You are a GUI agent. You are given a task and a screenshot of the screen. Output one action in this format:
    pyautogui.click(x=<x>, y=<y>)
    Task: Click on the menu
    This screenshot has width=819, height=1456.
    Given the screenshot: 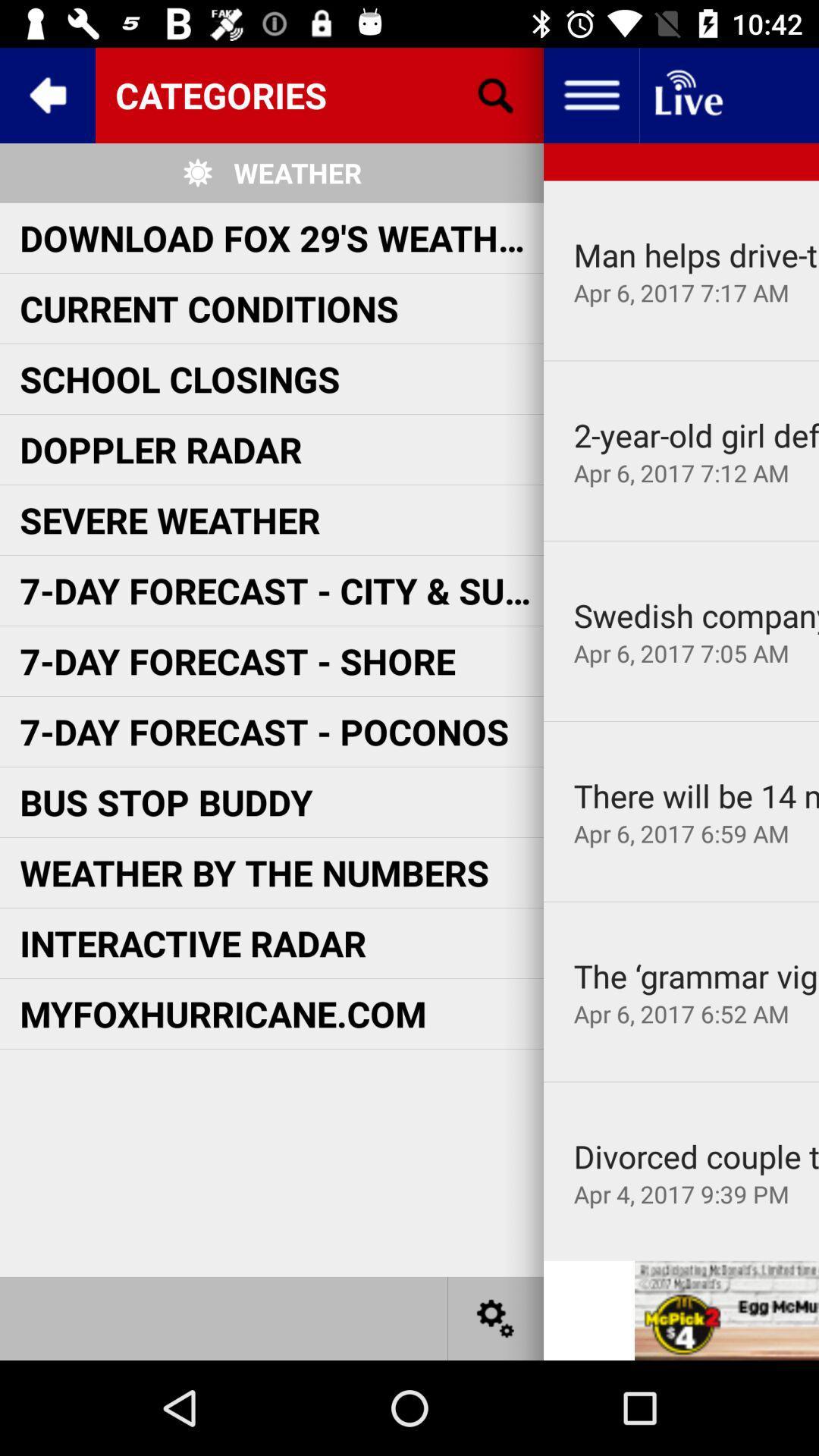 What is the action you would take?
    pyautogui.click(x=590, y=94)
    